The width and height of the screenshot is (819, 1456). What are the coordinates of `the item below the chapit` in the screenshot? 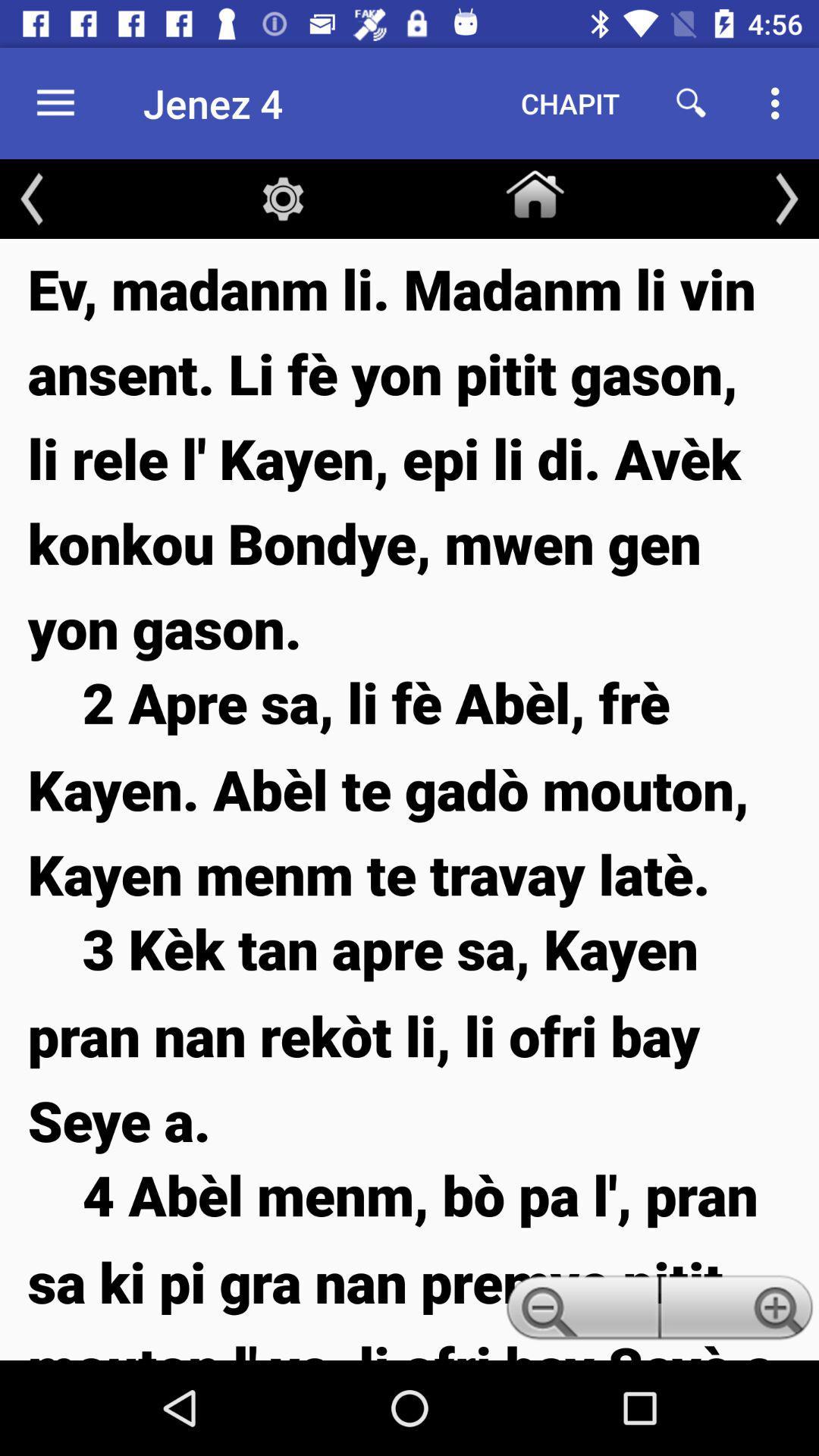 It's located at (534, 190).